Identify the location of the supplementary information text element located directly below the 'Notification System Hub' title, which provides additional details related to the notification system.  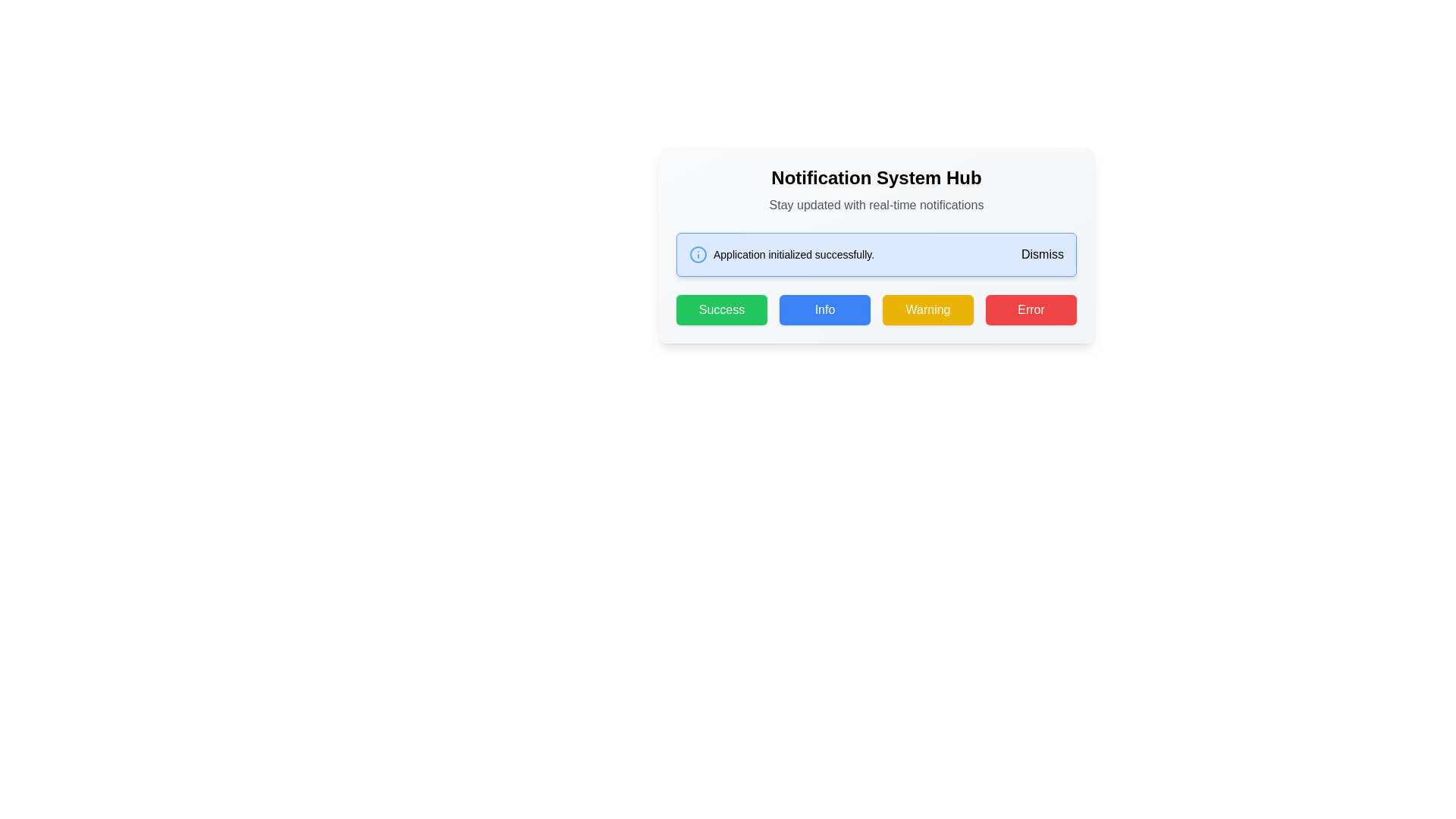
(877, 205).